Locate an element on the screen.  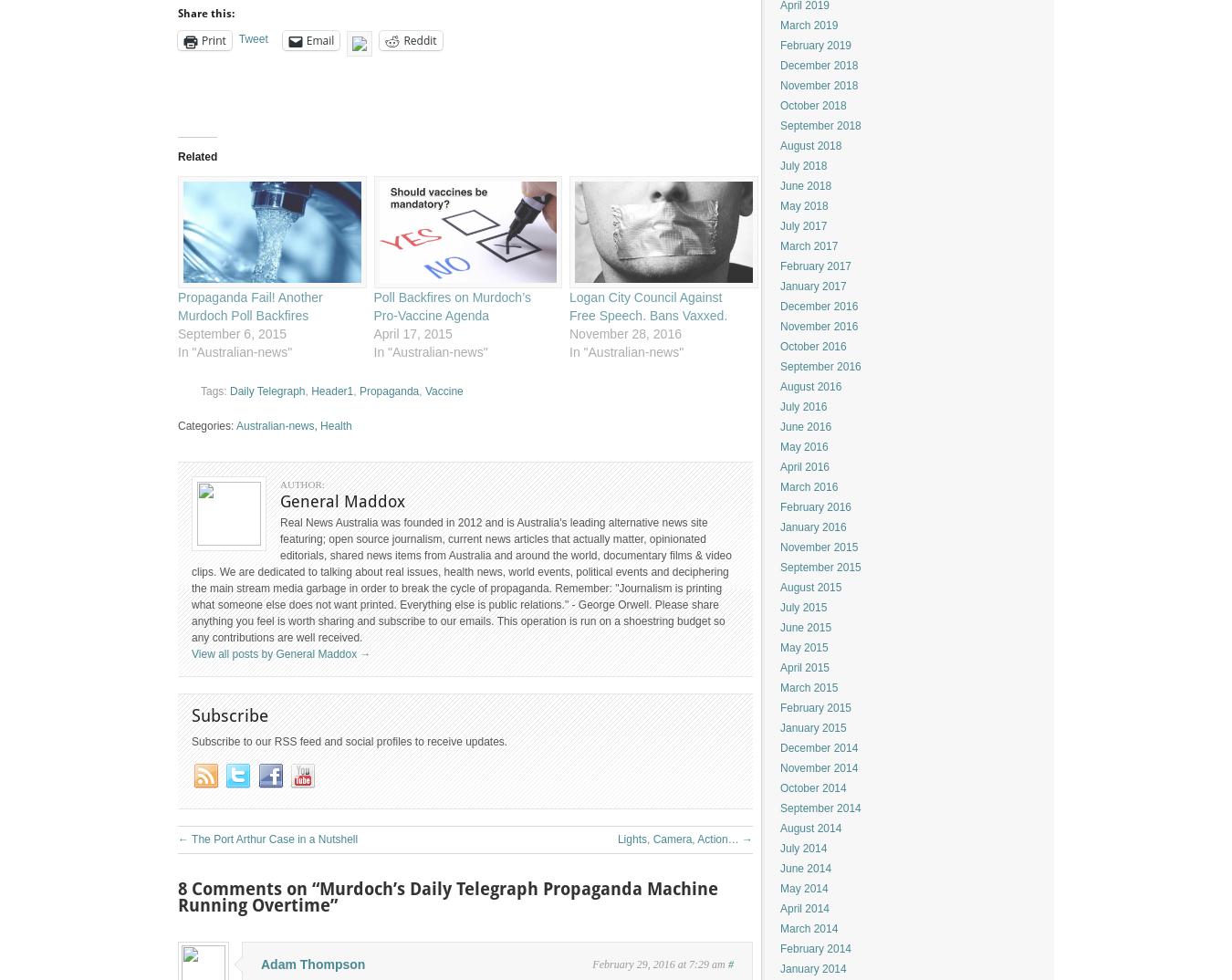
'Vaccine' is located at coordinates (443, 391).